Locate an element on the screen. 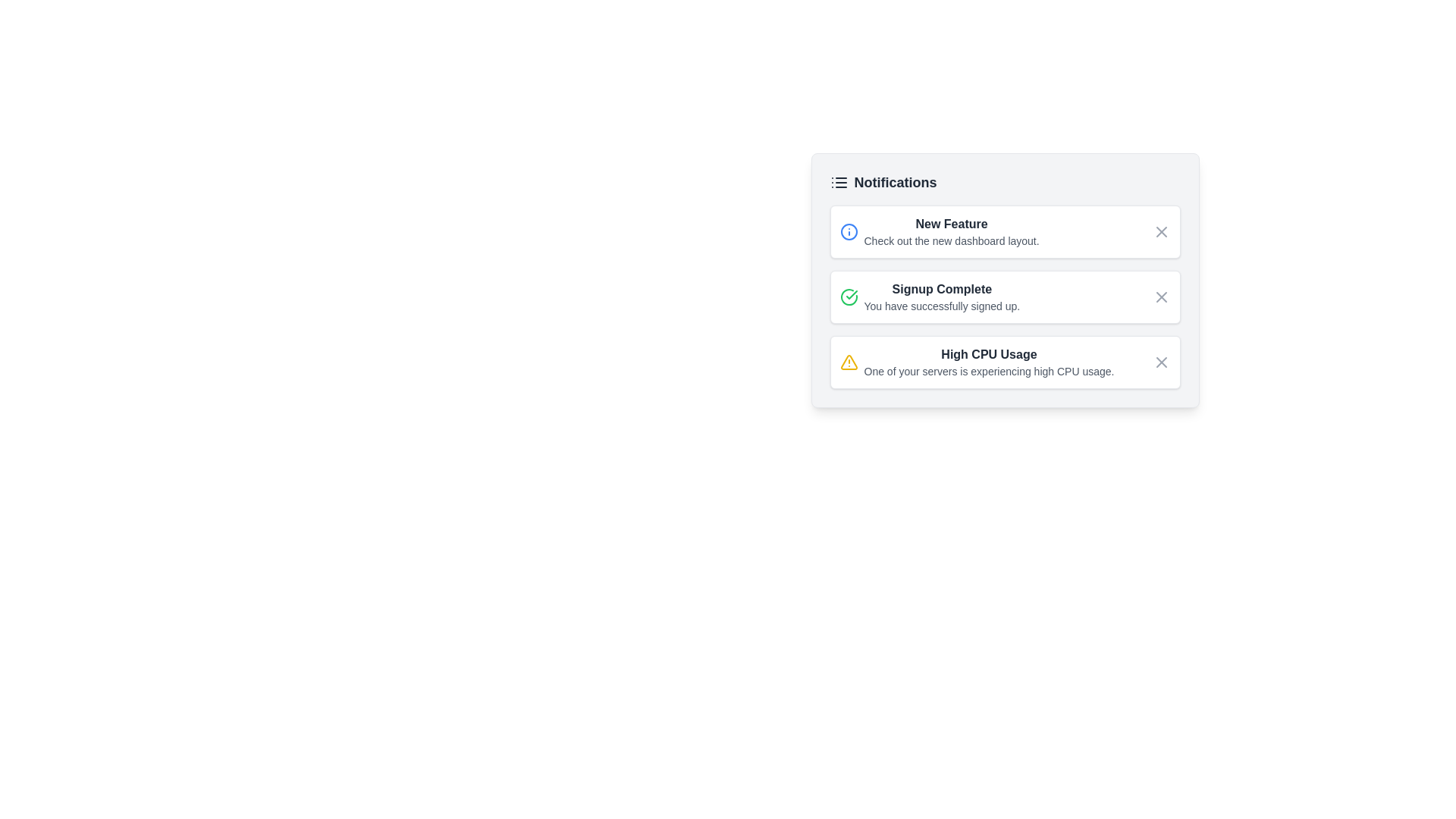 This screenshot has width=1456, height=819. text content of the Notification Item that displays a success message with 'Signup Complete' and 'You have successfully signed up.' is located at coordinates (929, 297).